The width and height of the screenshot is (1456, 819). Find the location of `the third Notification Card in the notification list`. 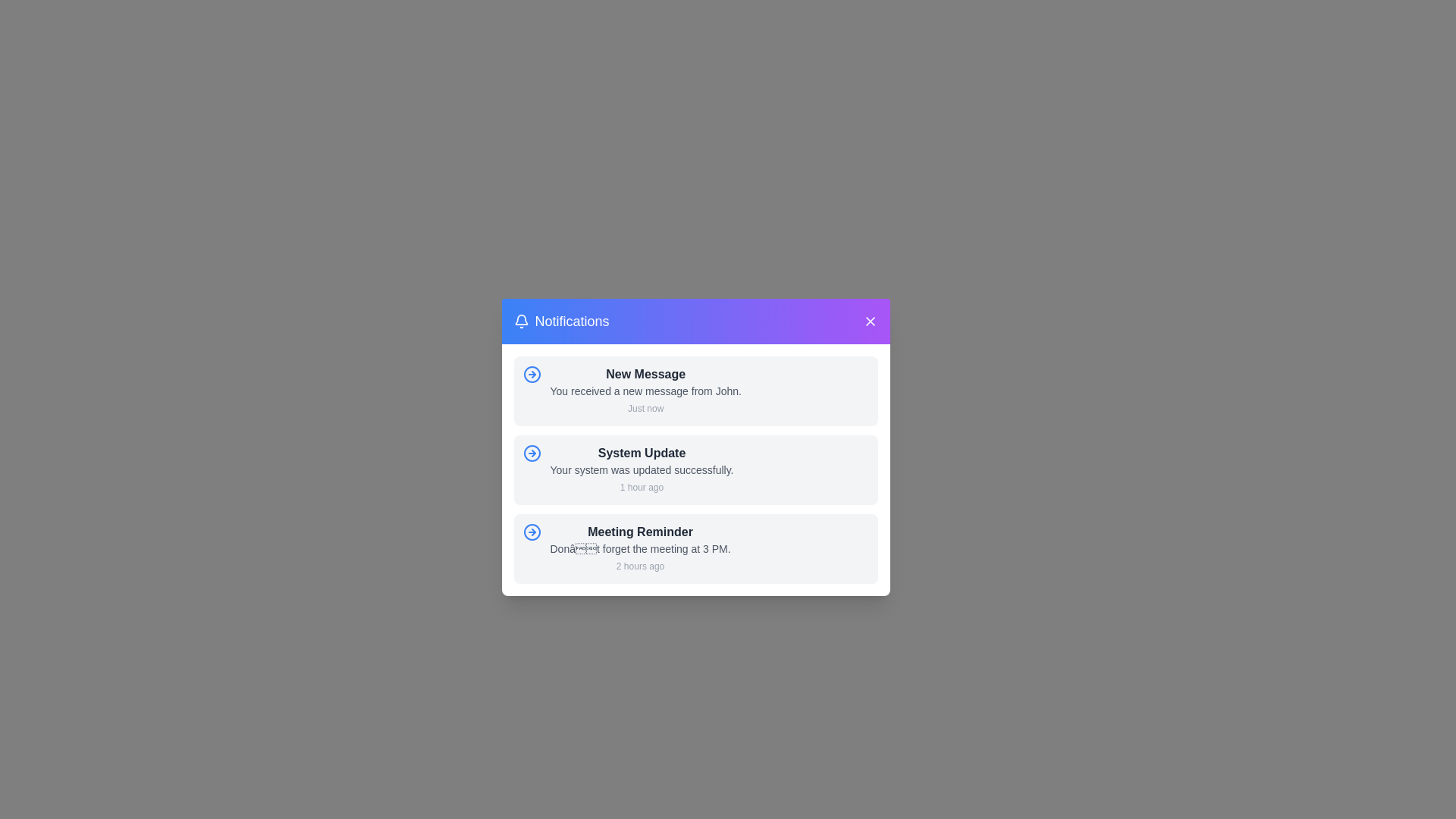

the third Notification Card in the notification list is located at coordinates (640, 549).